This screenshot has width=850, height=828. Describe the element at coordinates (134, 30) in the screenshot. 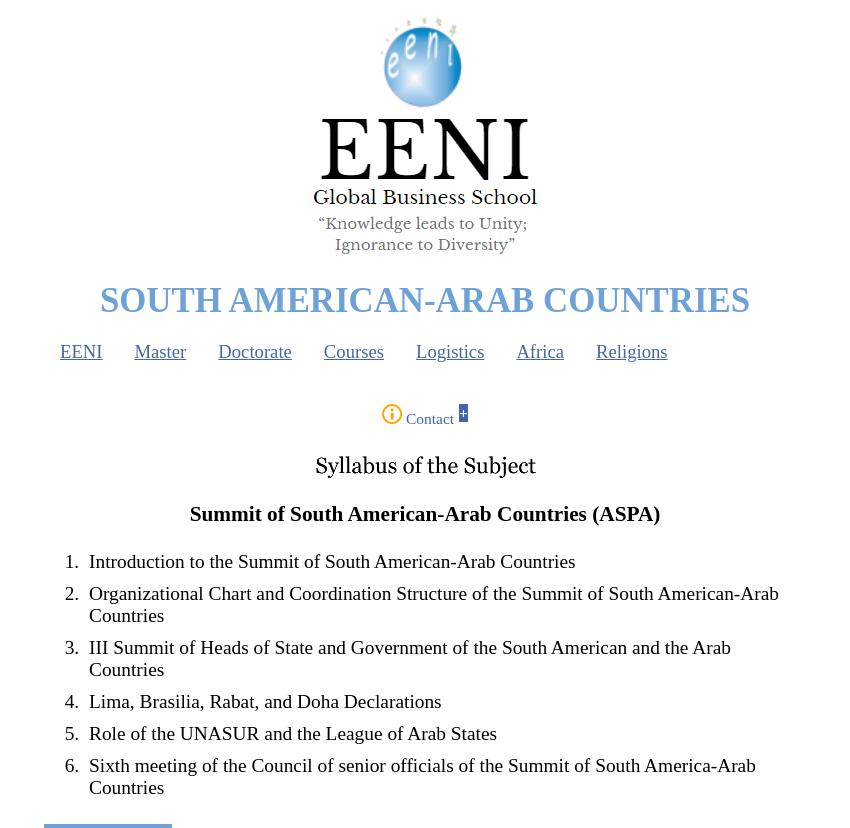

I see `'Find / Buscar / Chercher'` at that location.